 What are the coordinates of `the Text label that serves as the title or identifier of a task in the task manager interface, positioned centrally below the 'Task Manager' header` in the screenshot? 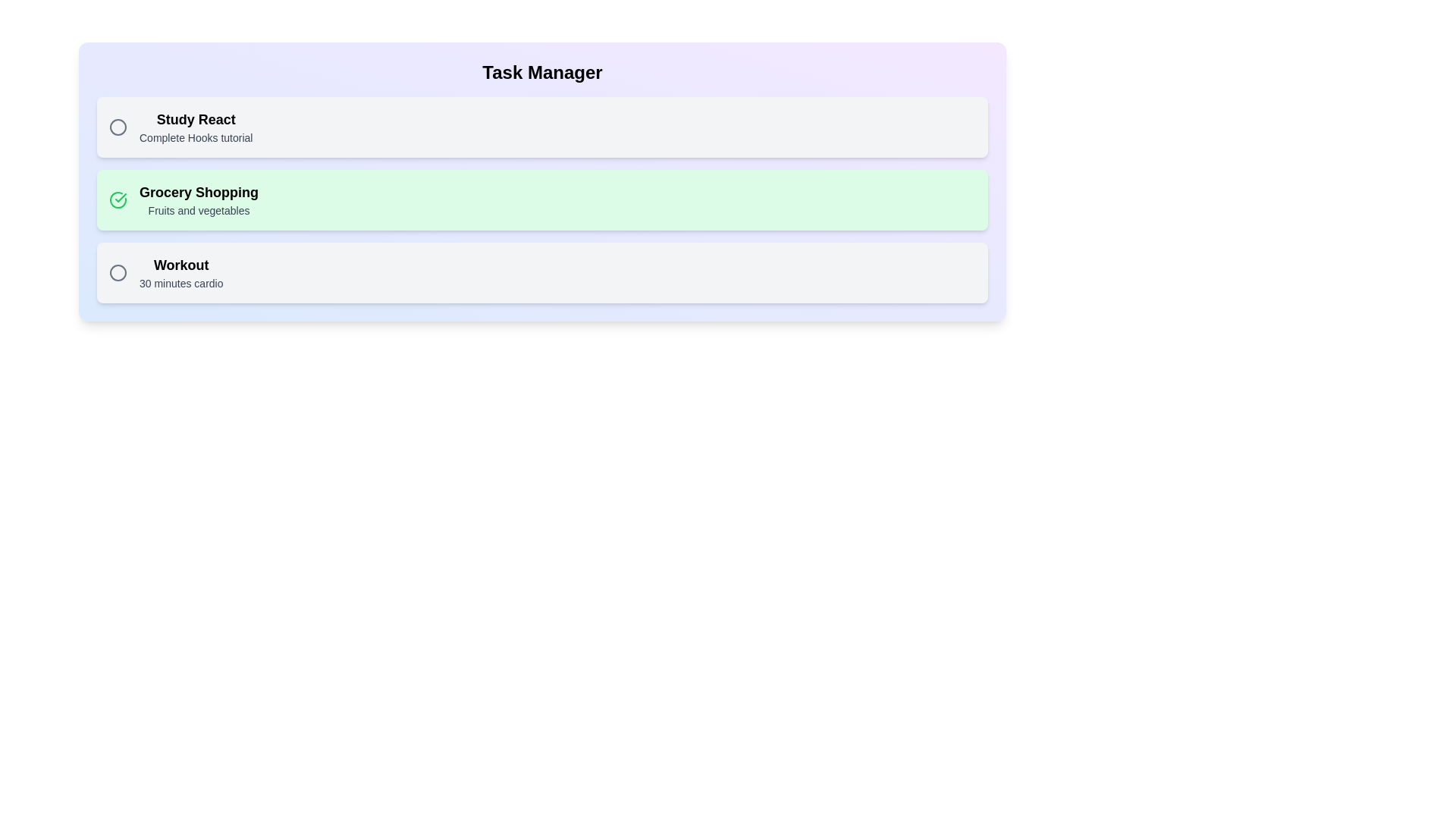 It's located at (198, 192).